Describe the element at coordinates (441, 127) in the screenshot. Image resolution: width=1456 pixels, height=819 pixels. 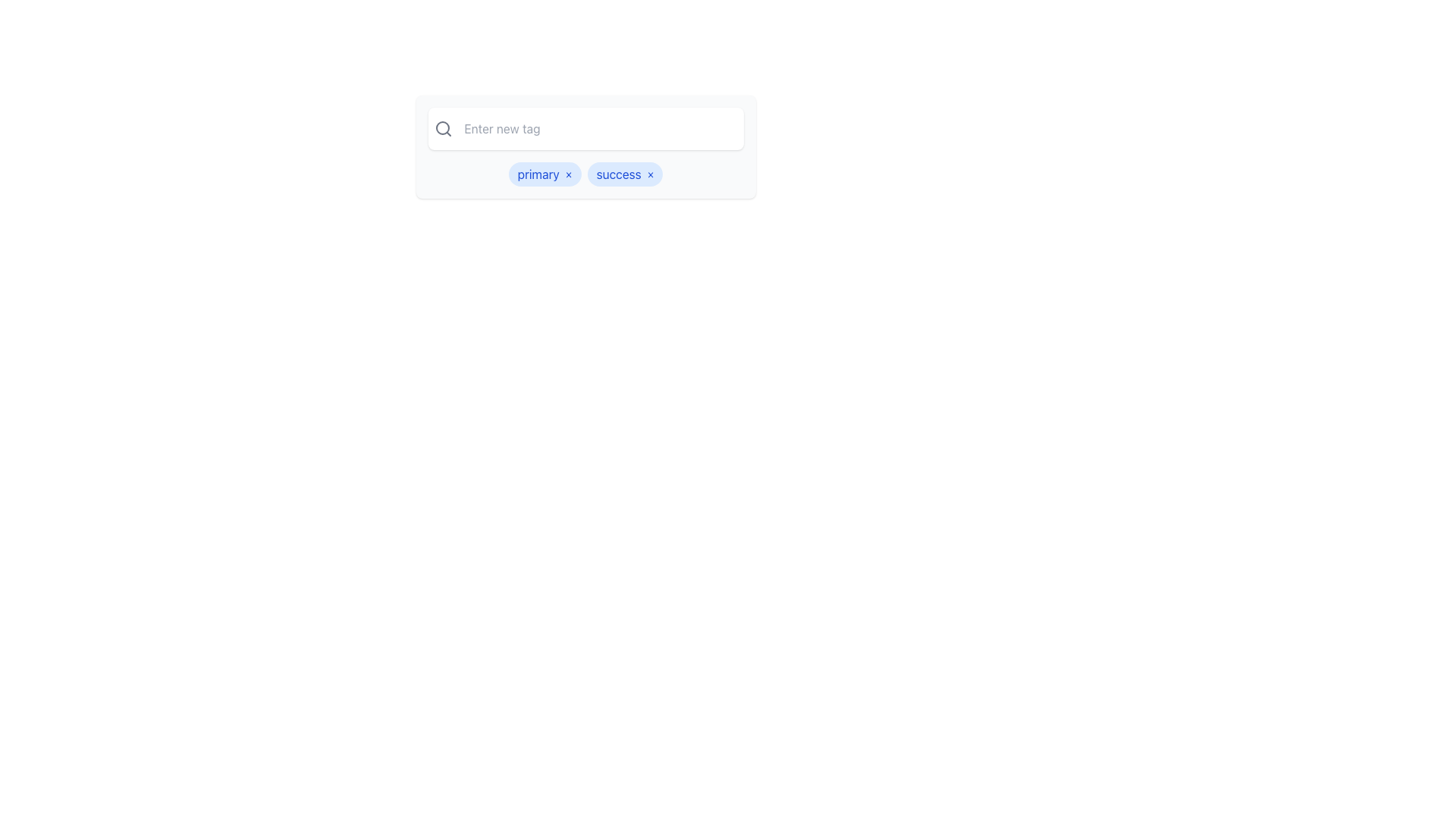
I see `the circular shape that represents the search functionality, located to the left of the input field labeled 'Enter new tag'` at that location.